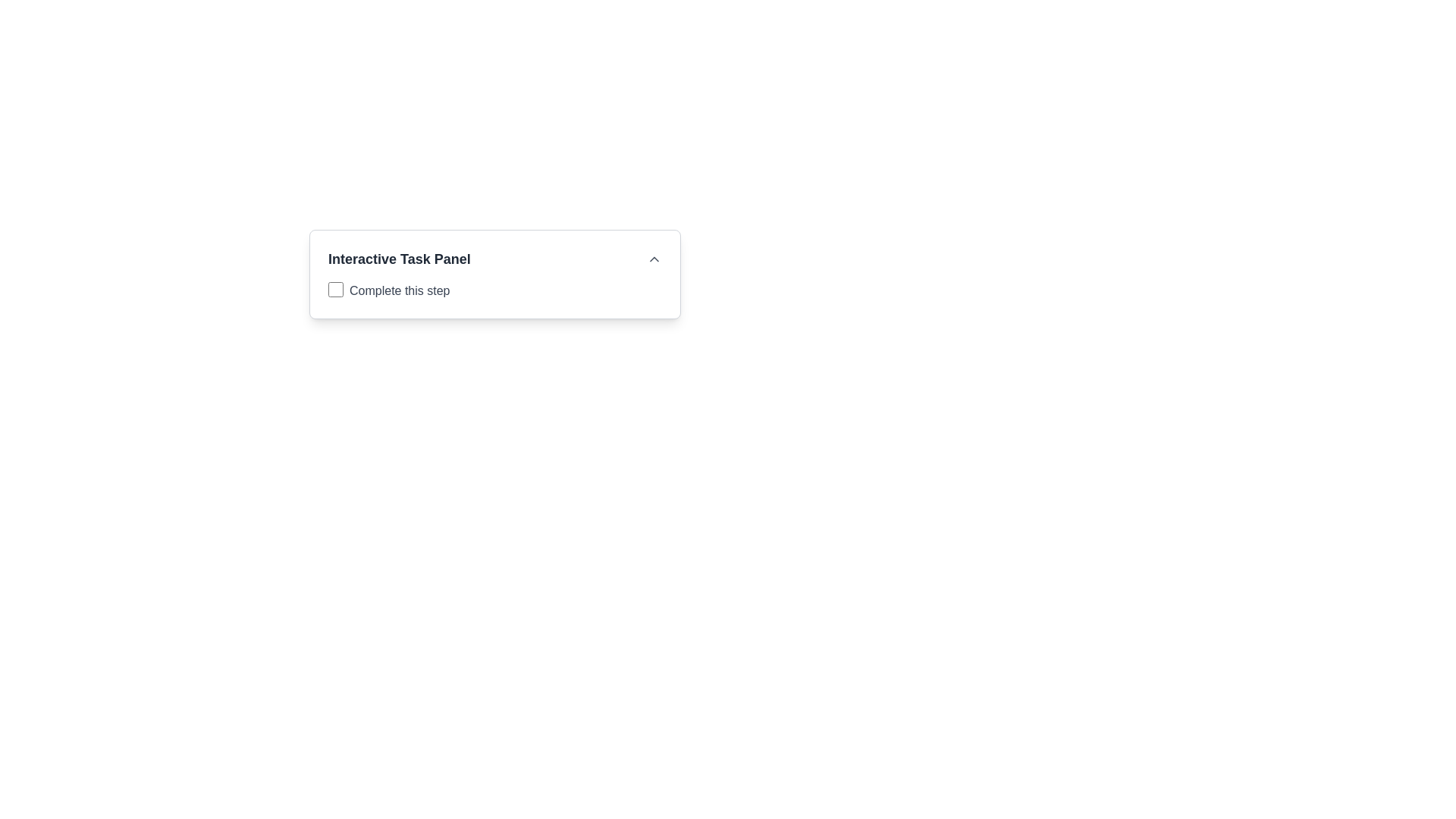  What do you see at coordinates (494, 275) in the screenshot?
I see `the 'Interactive Task Panel' which contains a checkbox and a subtitle 'Complete this step'` at bounding box center [494, 275].